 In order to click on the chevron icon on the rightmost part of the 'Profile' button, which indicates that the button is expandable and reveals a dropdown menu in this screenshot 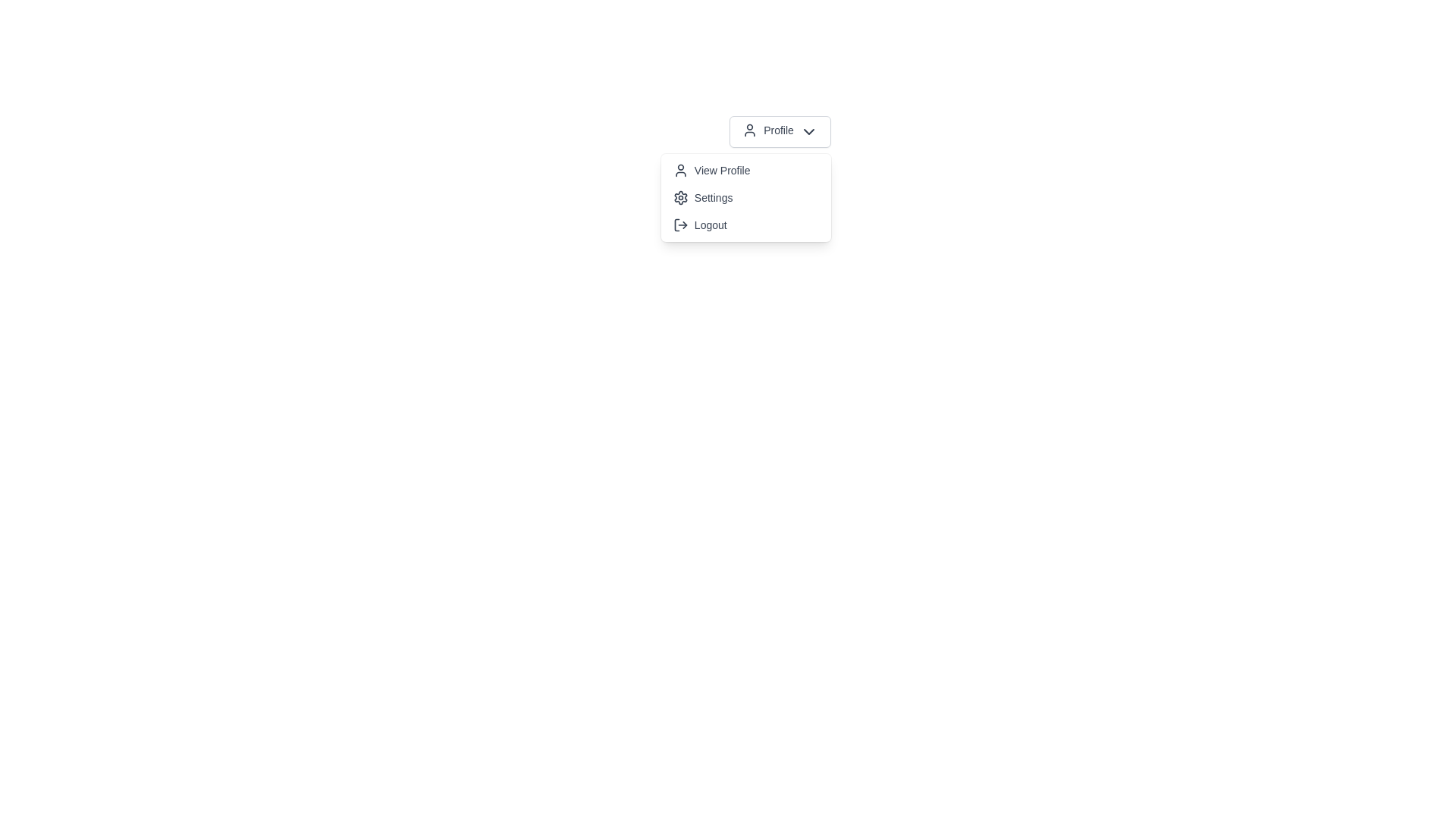, I will do `click(808, 130)`.